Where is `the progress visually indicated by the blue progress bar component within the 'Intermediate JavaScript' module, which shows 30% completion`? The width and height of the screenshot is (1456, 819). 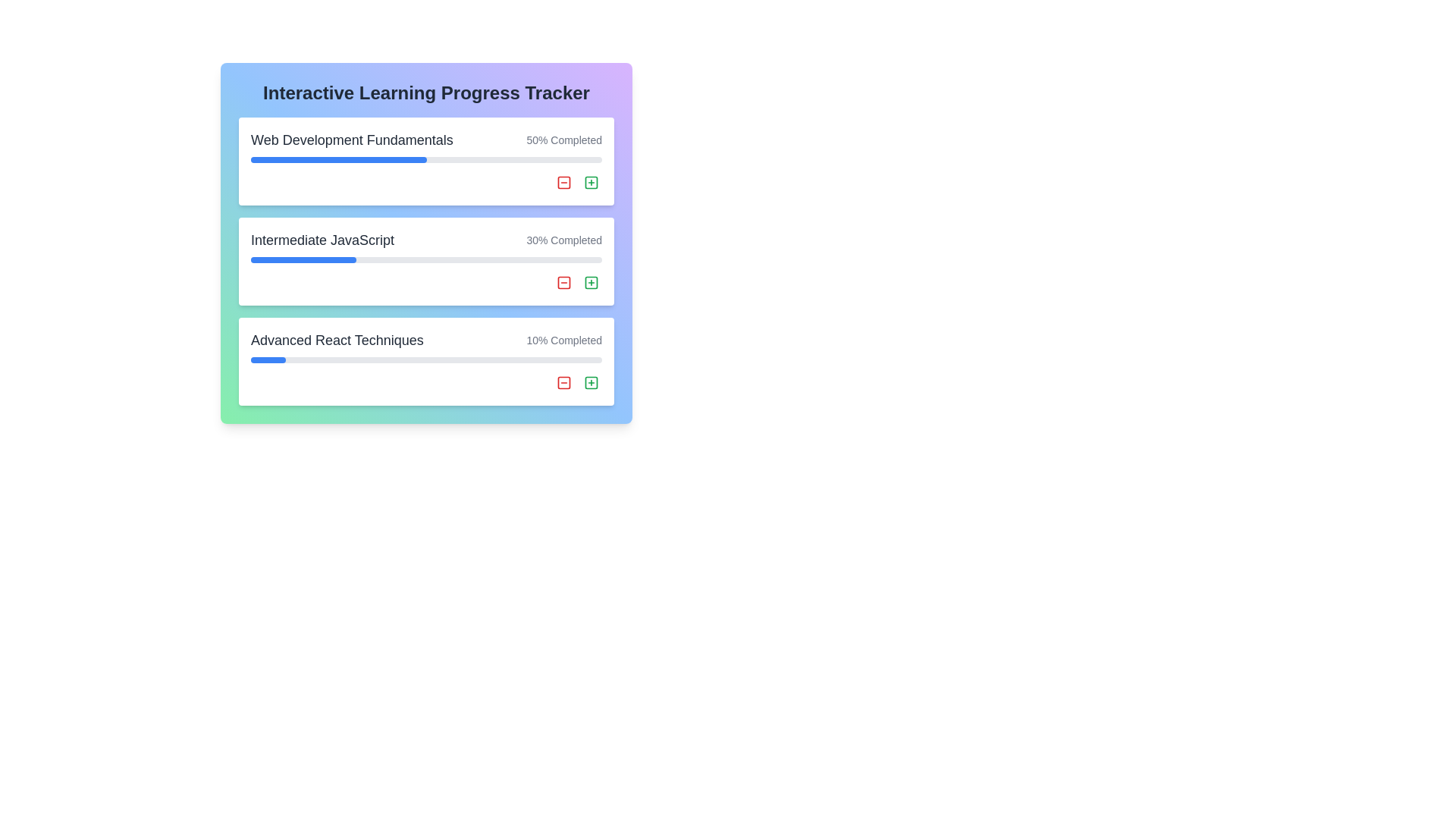 the progress visually indicated by the blue progress bar component within the 'Intermediate JavaScript' module, which shows 30% completion is located at coordinates (303, 259).